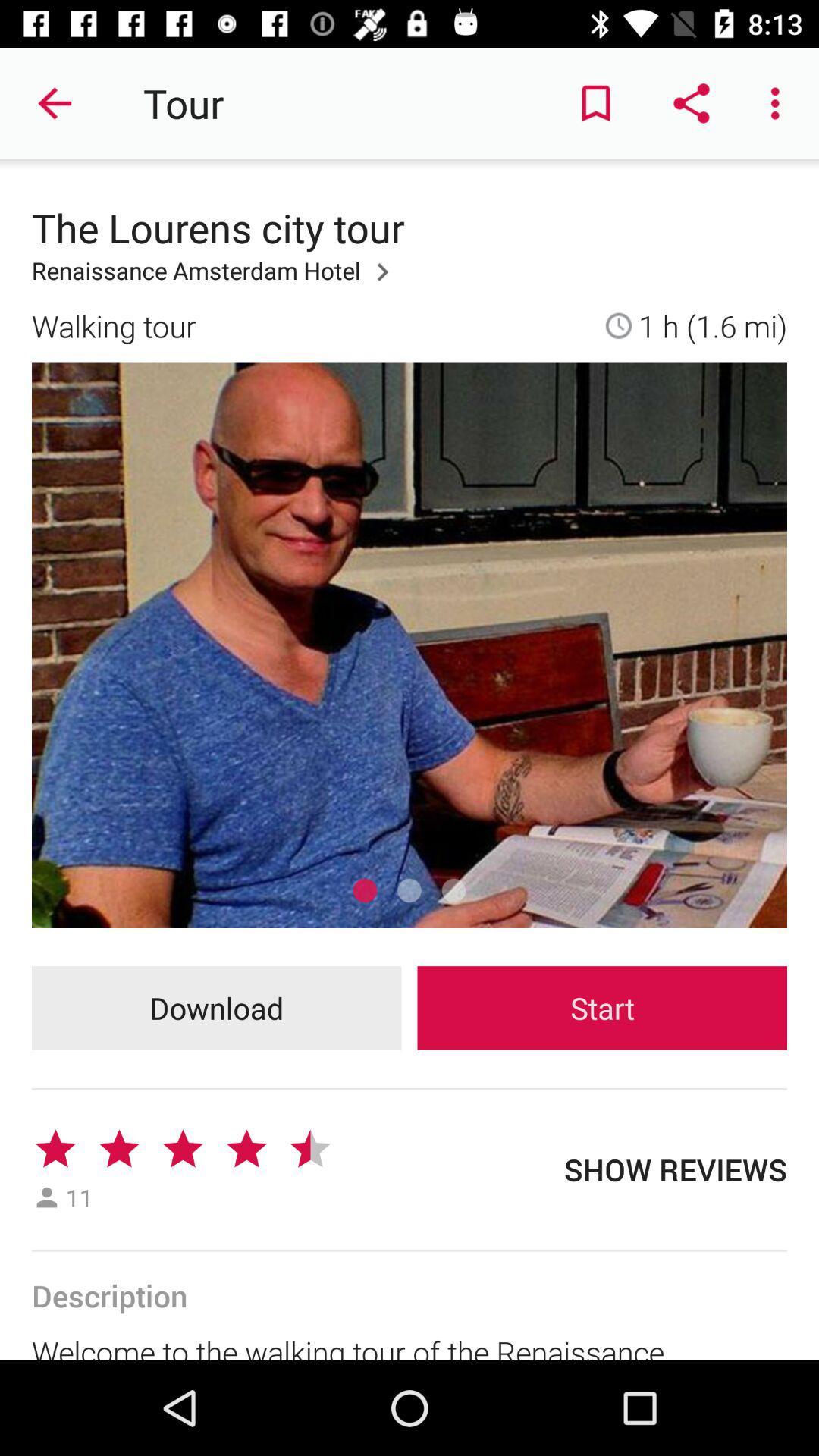  What do you see at coordinates (246, 1149) in the screenshot?
I see `the fourth star from left below the download button` at bounding box center [246, 1149].